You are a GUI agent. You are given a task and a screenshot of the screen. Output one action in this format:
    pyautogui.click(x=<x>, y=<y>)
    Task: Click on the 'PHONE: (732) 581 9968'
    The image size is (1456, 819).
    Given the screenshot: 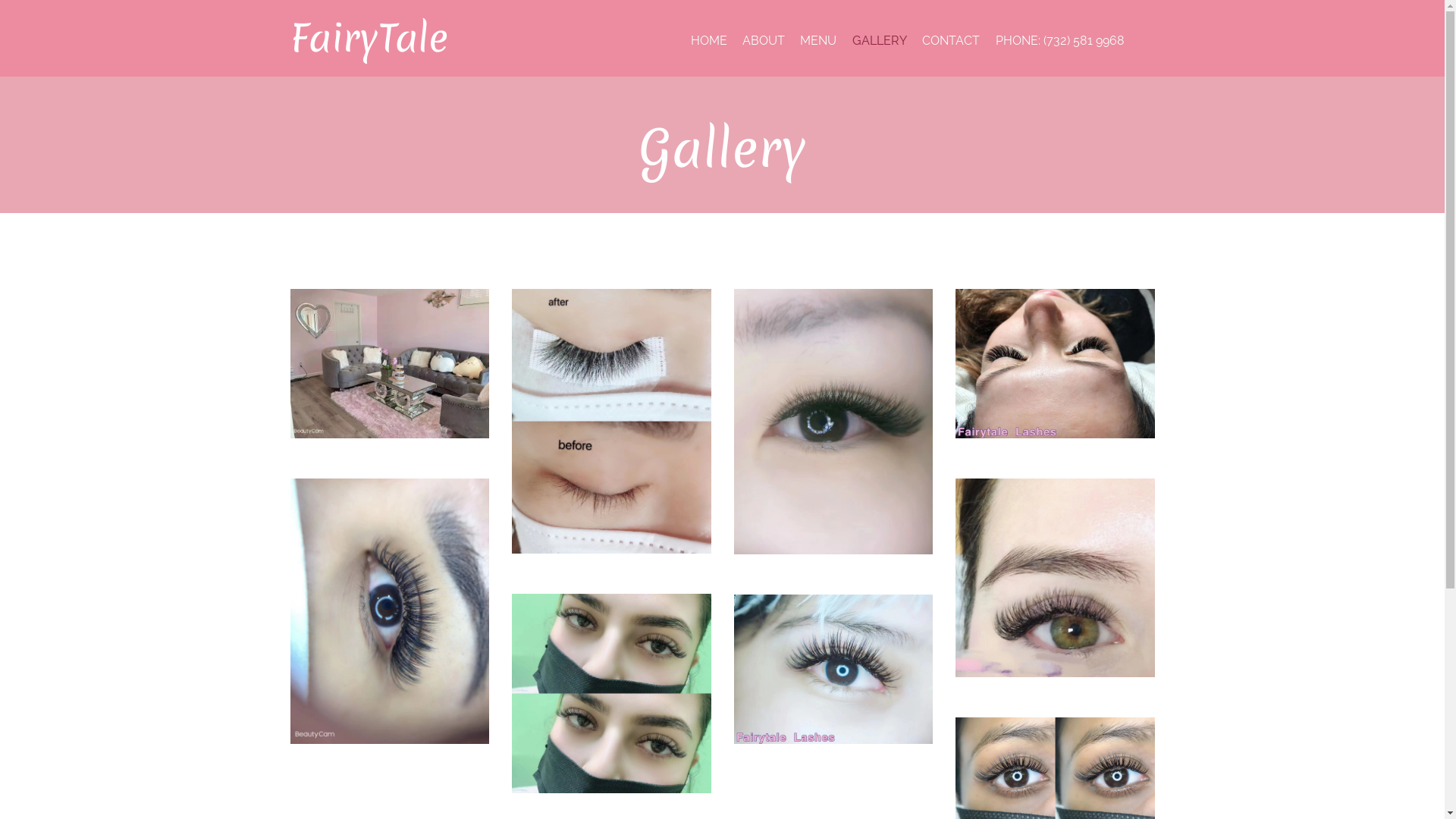 What is the action you would take?
    pyautogui.click(x=1059, y=40)
    